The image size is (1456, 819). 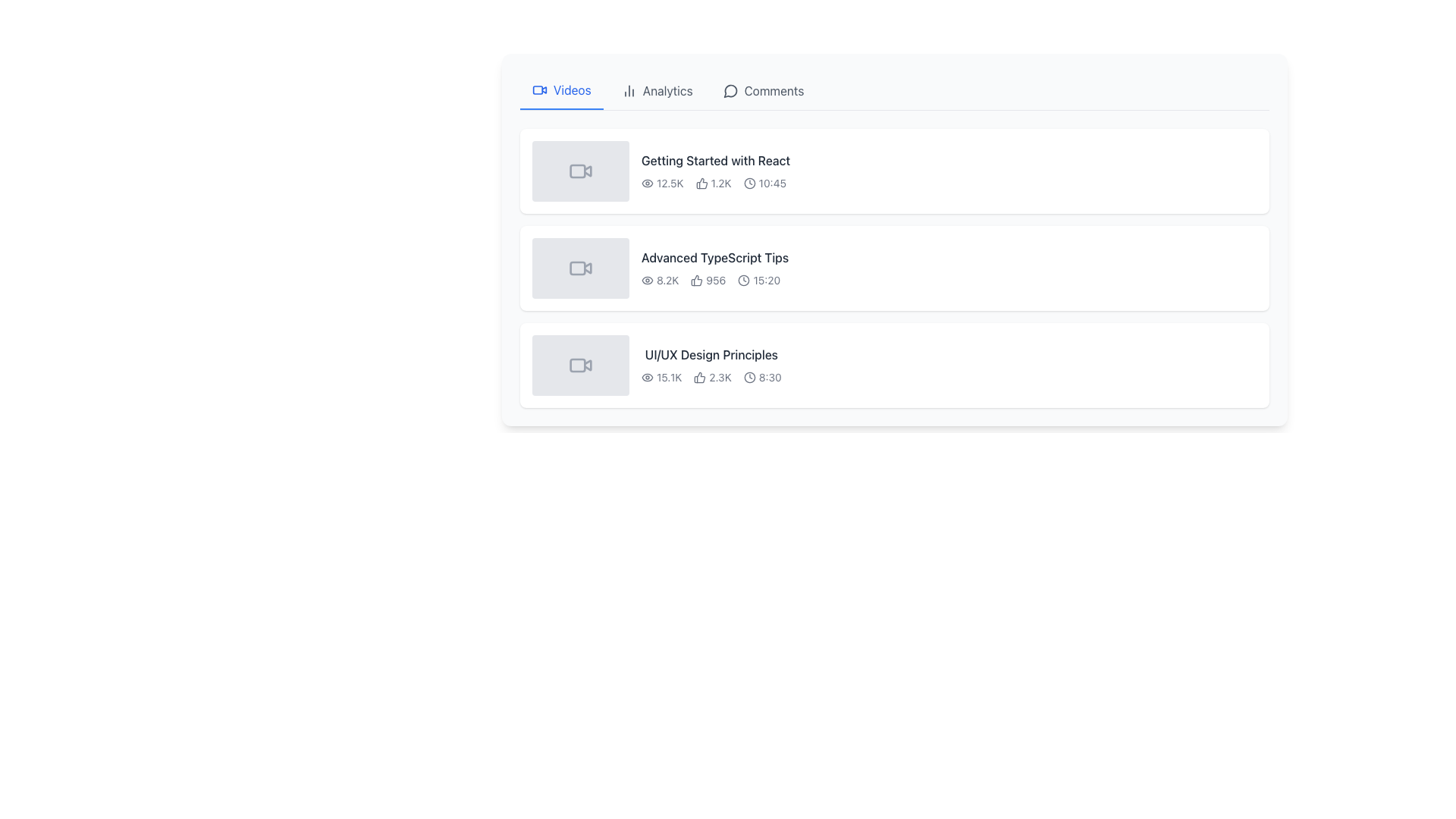 What do you see at coordinates (730, 91) in the screenshot?
I see `the circular chat bubble icon in the 'Comments' tab of the navigation bar, which features a rounded design and a clean stroke style` at bounding box center [730, 91].